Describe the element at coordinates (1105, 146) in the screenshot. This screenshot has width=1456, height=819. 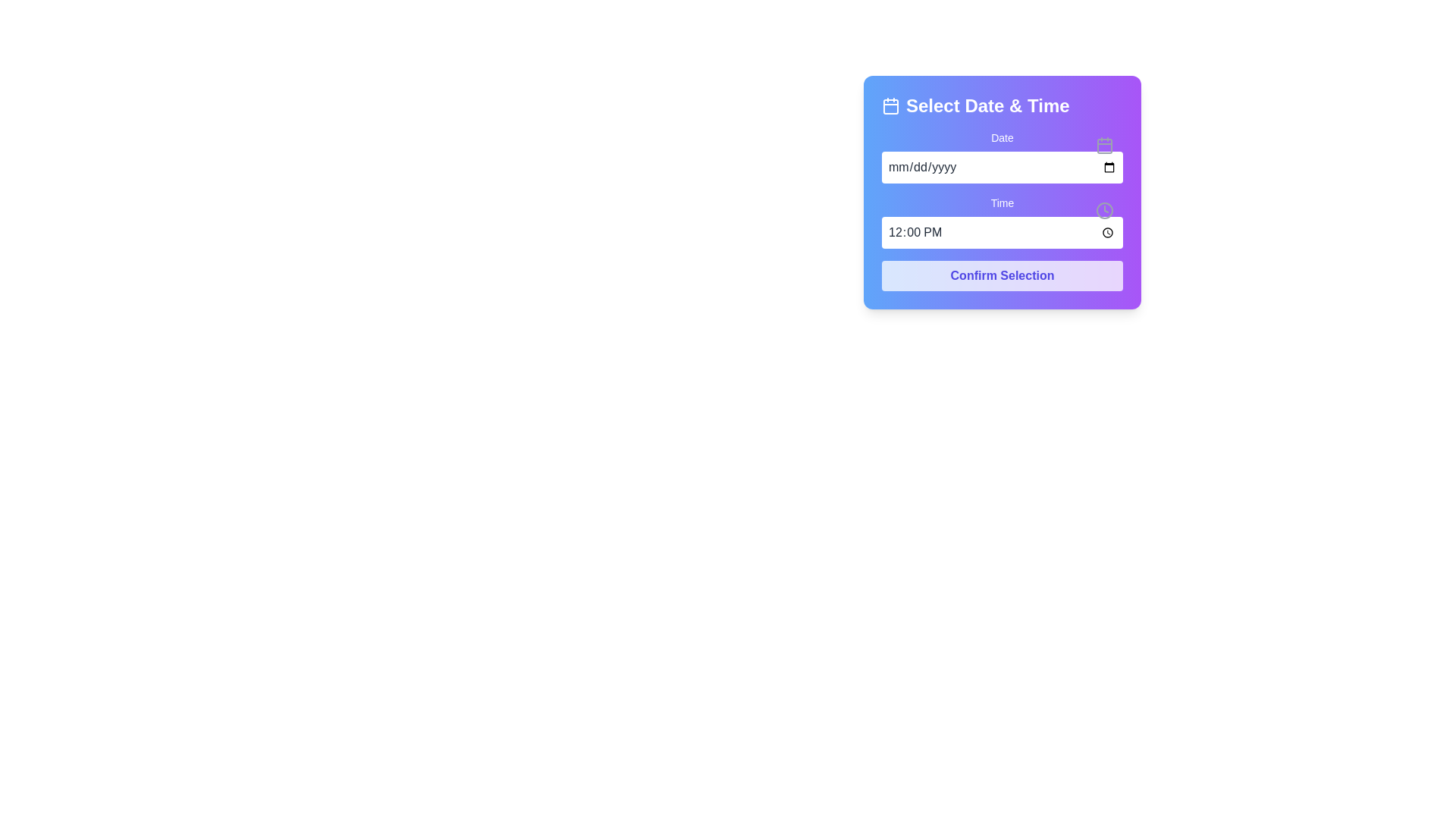
I see `the calendar SVG icon located on the far-right side of the 'Date' section` at that location.